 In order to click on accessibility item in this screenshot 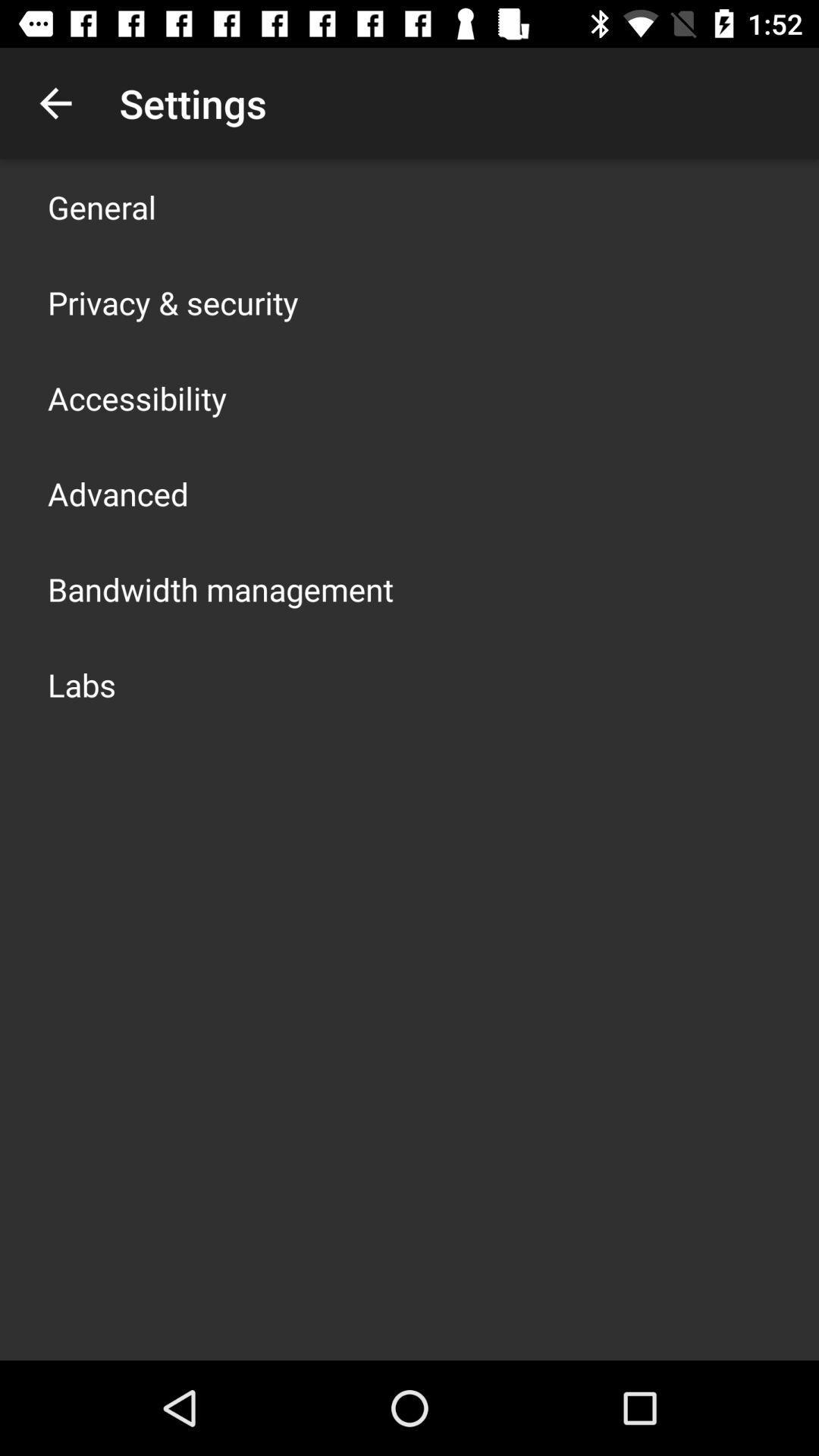, I will do `click(137, 397)`.